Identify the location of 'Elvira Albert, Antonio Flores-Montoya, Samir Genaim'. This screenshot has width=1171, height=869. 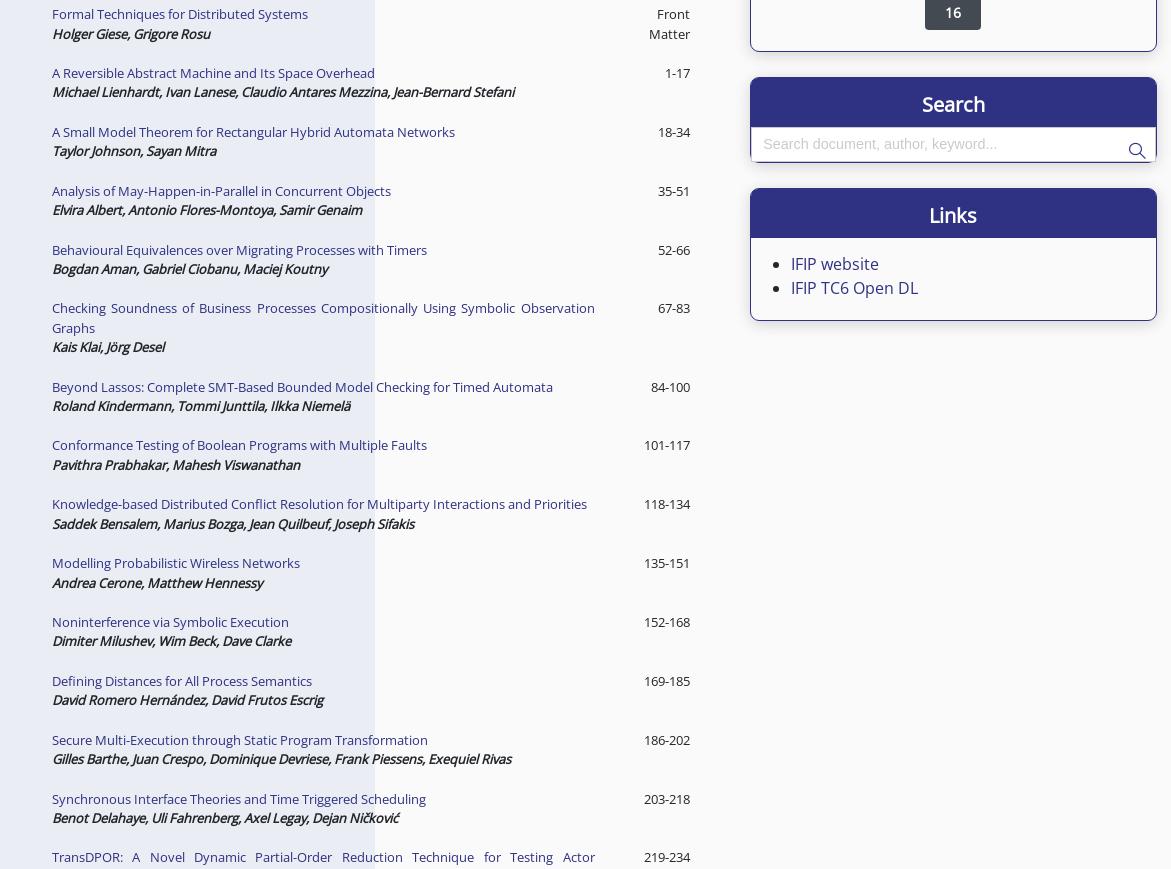
(204, 209).